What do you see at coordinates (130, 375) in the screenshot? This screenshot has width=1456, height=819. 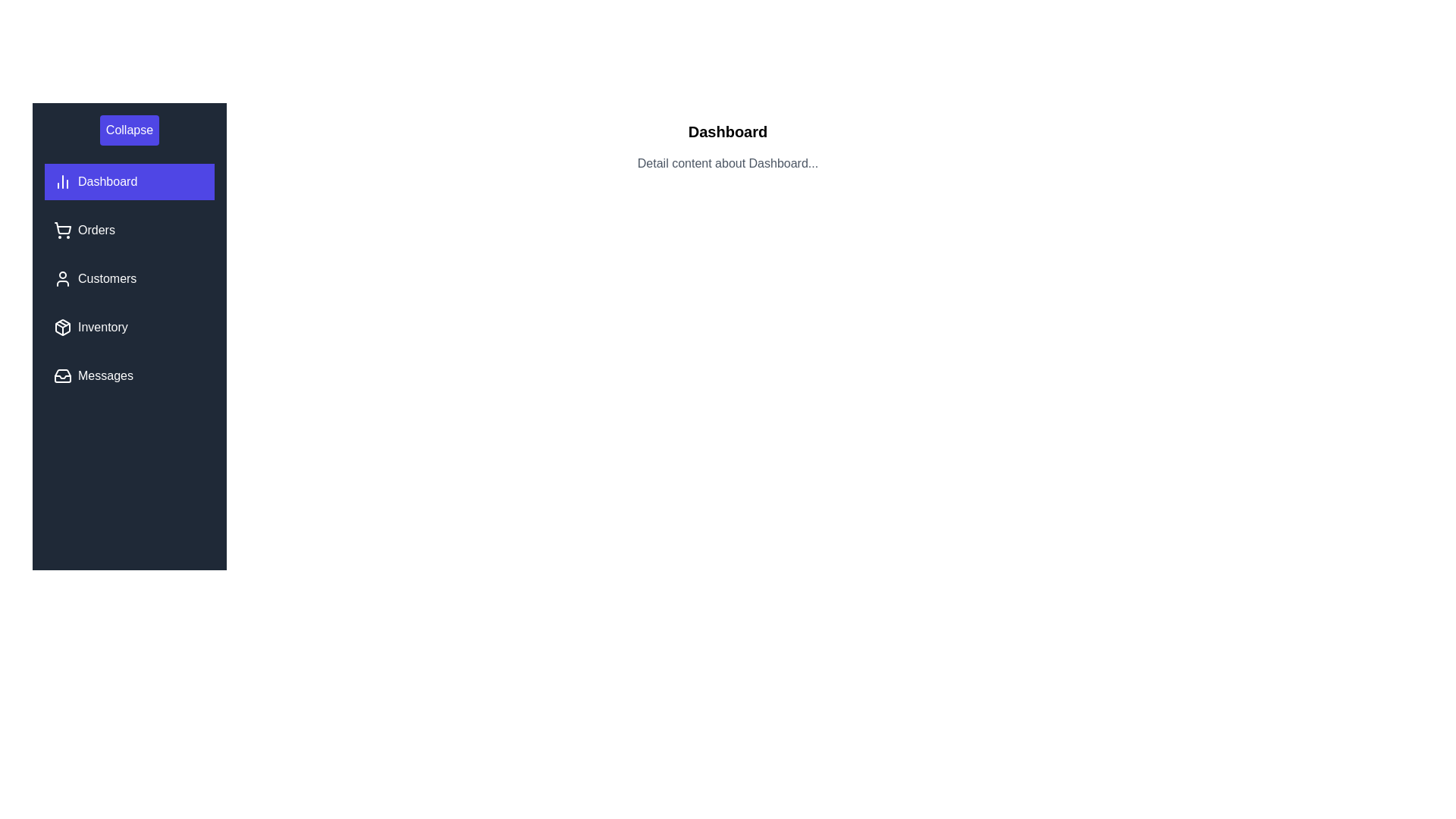 I see `the menu item Messages to view its details` at bounding box center [130, 375].